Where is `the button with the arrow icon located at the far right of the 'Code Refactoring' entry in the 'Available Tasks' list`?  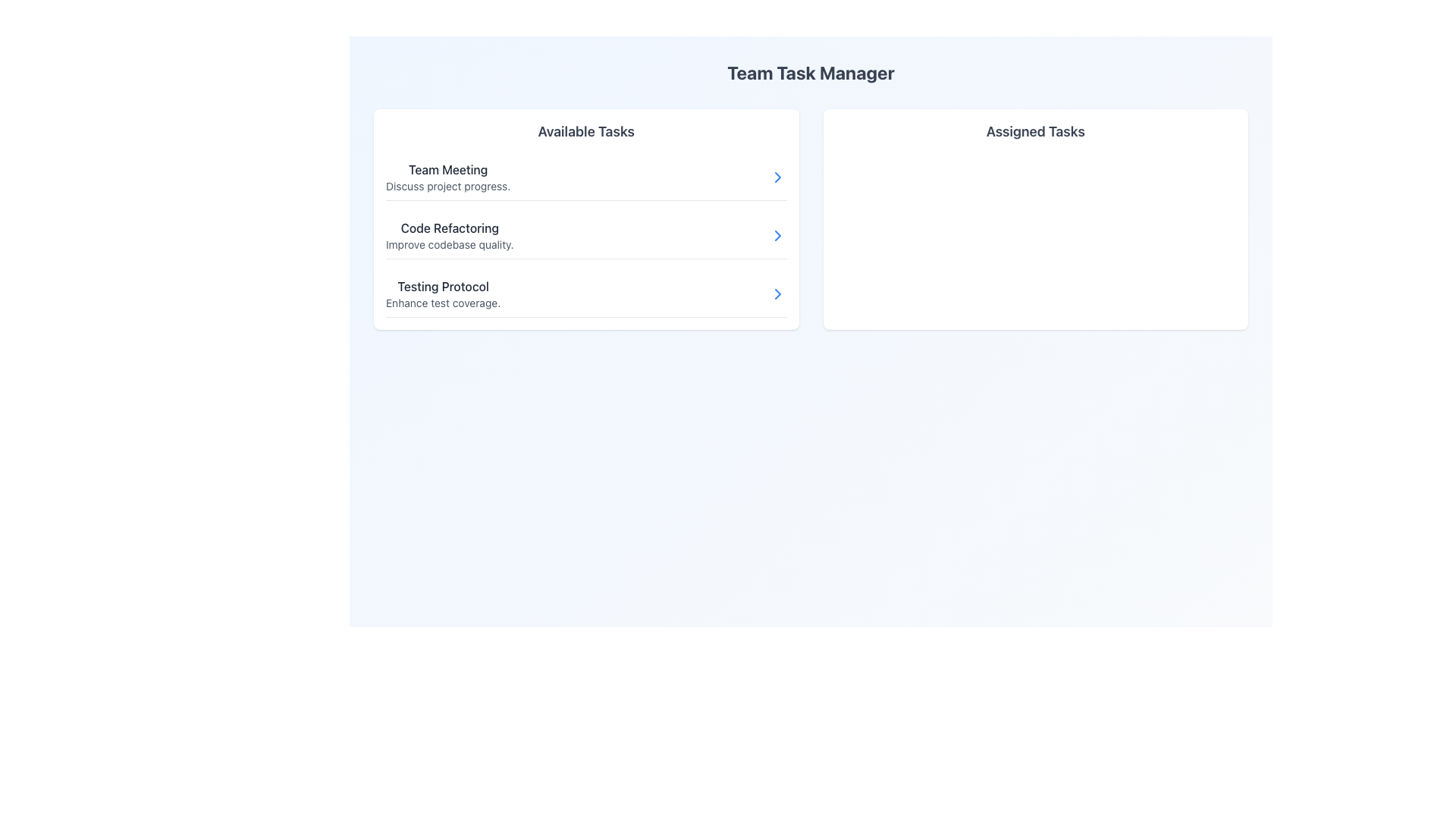 the button with the arrow icon located at the far right of the 'Code Refactoring' entry in the 'Available Tasks' list is located at coordinates (777, 236).